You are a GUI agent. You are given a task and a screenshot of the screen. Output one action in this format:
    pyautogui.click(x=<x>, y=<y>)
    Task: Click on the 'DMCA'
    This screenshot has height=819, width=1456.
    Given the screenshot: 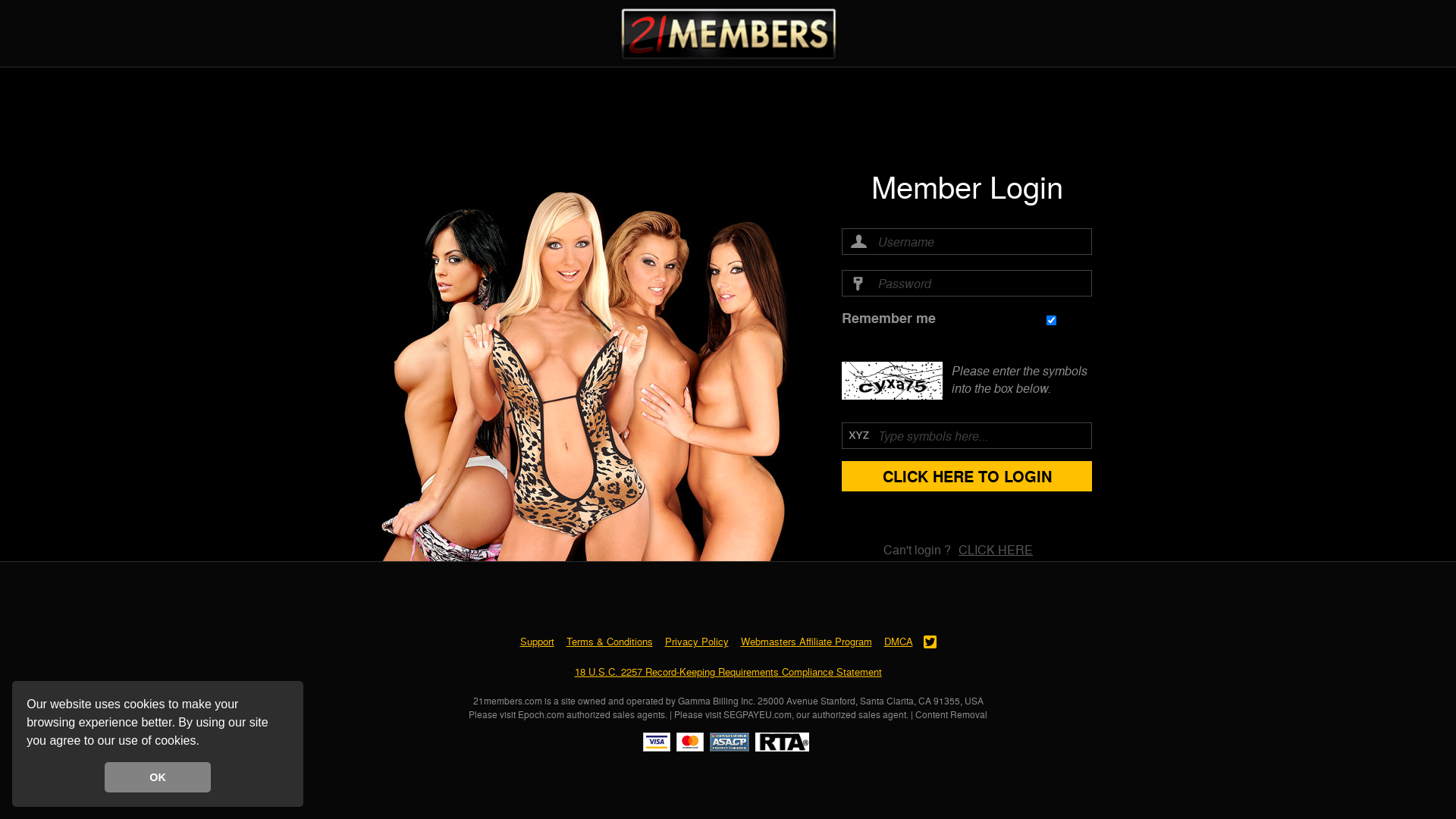 What is the action you would take?
    pyautogui.click(x=884, y=641)
    